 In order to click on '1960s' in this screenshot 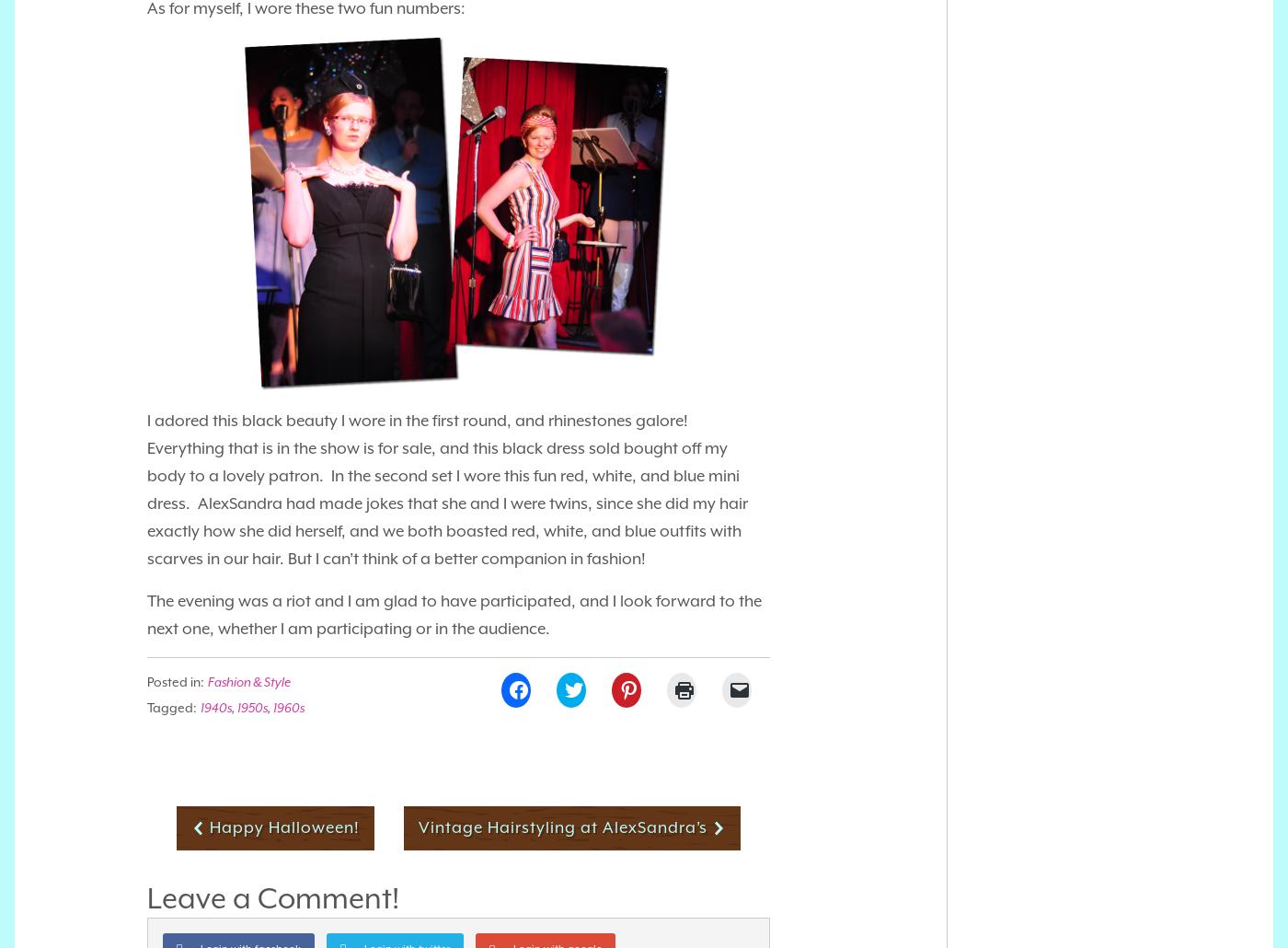, I will do `click(289, 706)`.